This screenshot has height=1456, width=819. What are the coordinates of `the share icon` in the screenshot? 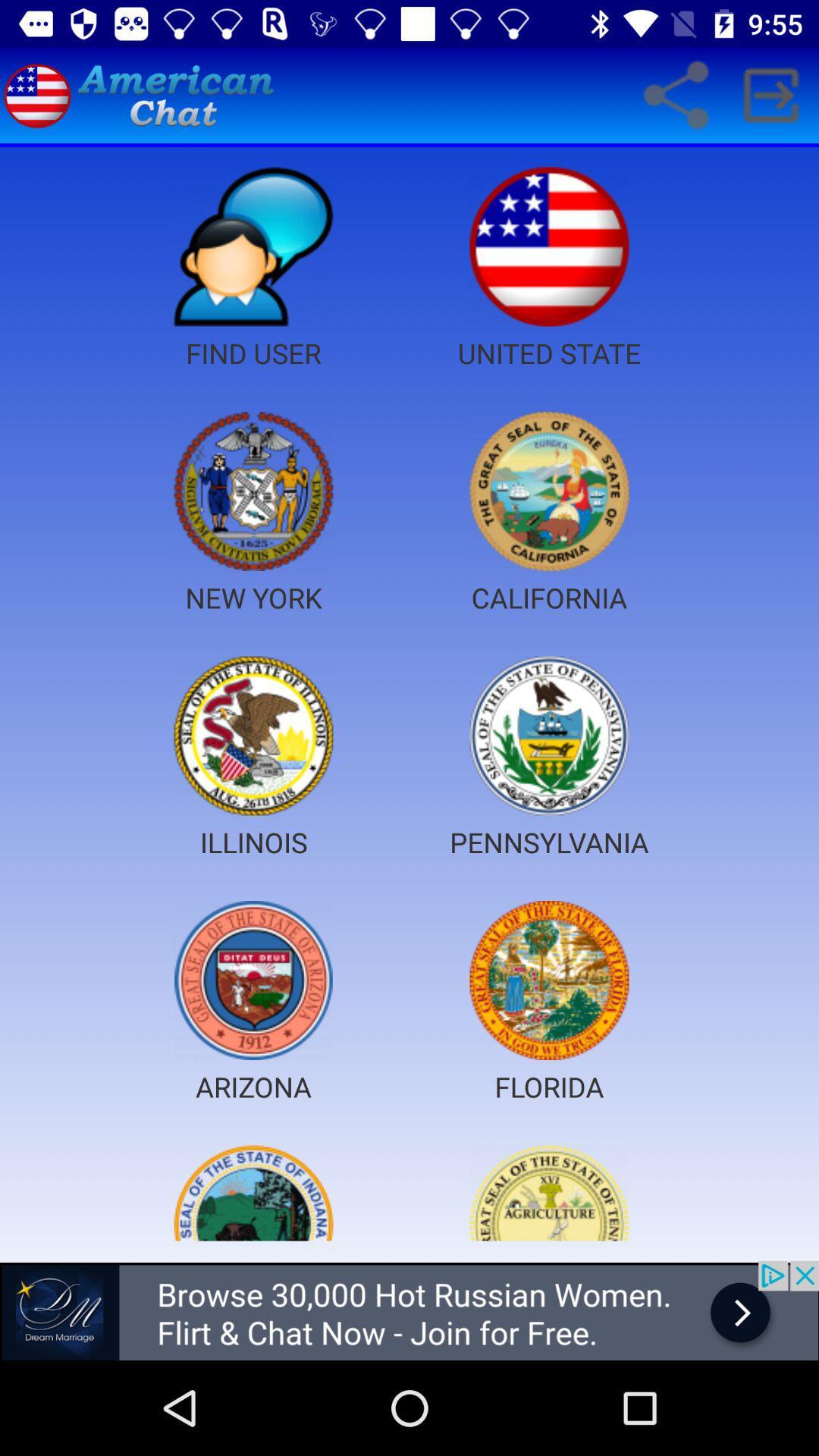 It's located at (675, 94).